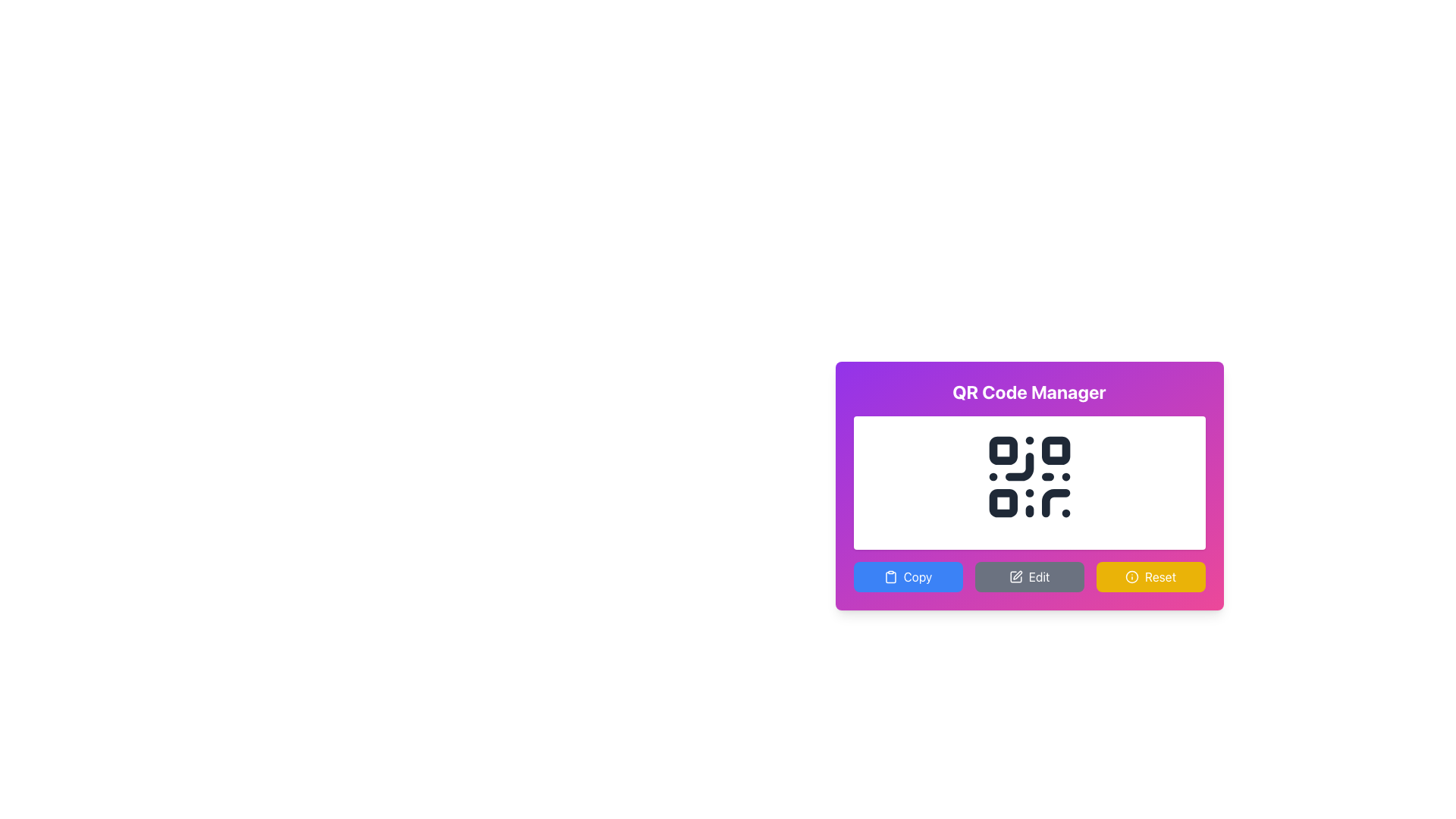 The image size is (1456, 819). What do you see at coordinates (1029, 475) in the screenshot?
I see `the QR code graphic, which is a black and white structured design centered within the 'QR Code Manager' card, featuring a purple header` at bounding box center [1029, 475].